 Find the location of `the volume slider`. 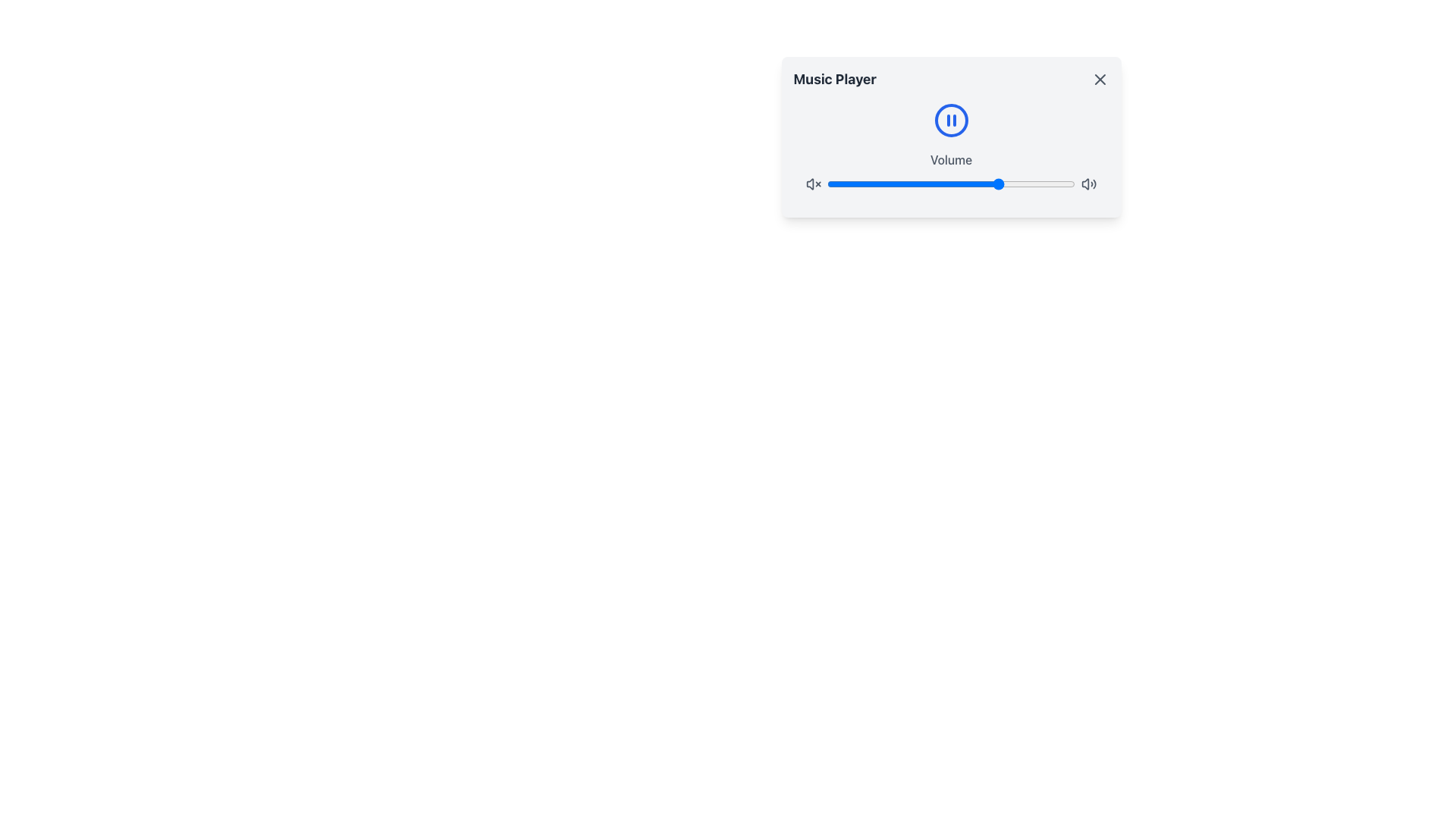

the volume slider is located at coordinates (1008, 184).